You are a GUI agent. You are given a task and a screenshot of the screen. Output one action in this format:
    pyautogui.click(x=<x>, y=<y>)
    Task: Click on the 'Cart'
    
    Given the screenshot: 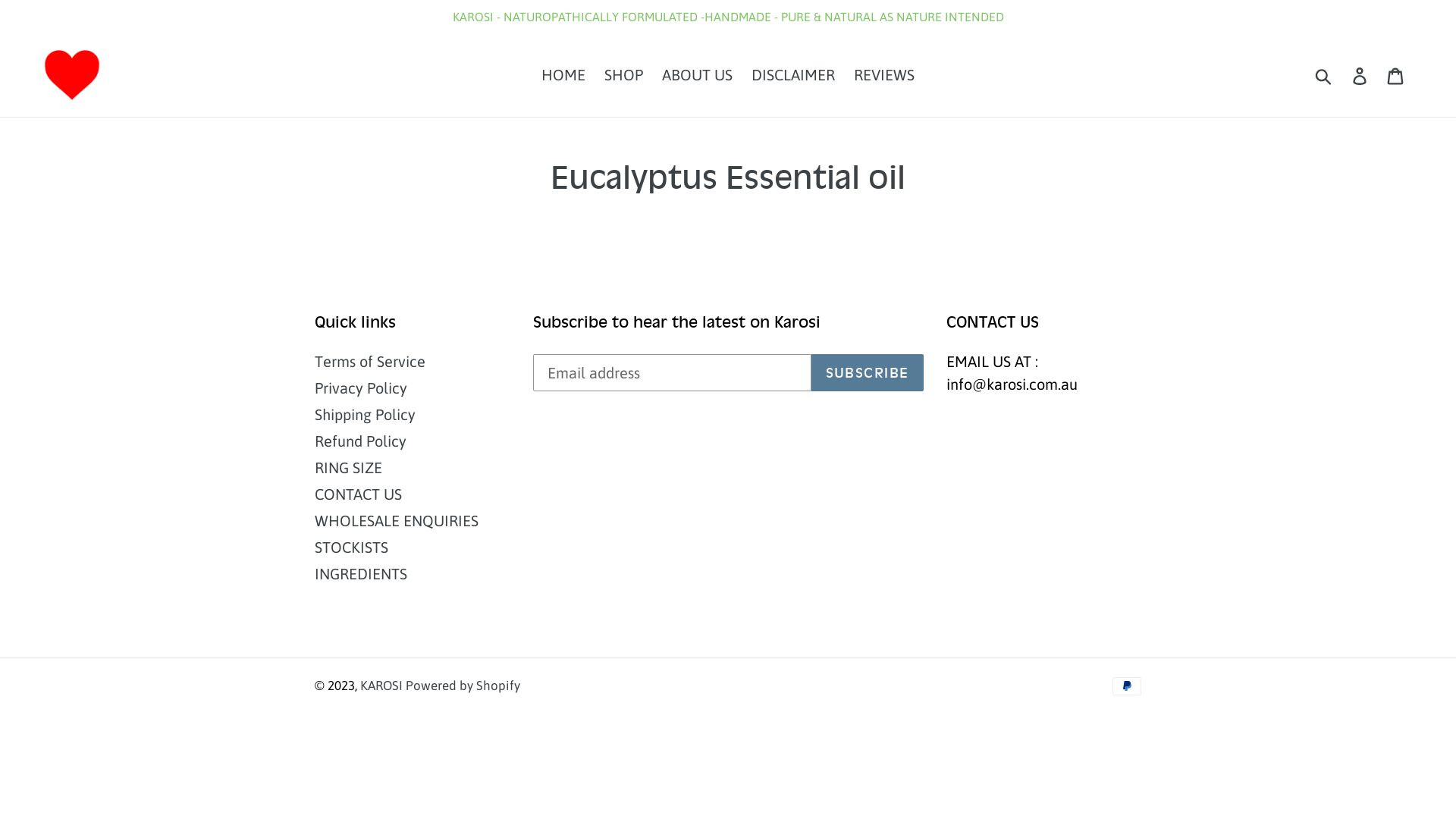 What is the action you would take?
    pyautogui.click(x=1395, y=75)
    